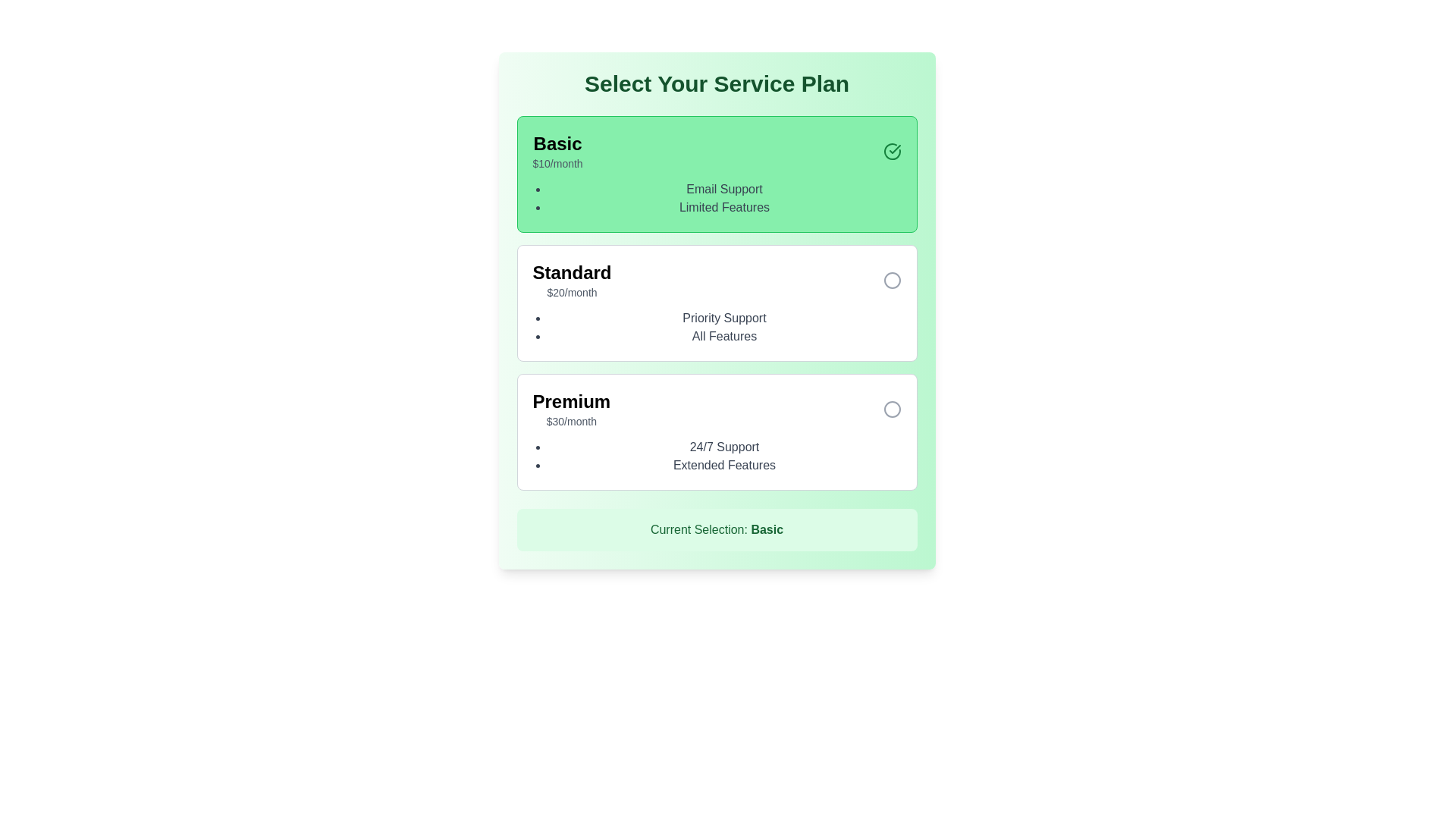  I want to click on the green checkmark icon within the circular outline located on the top-right side of the 'Basic' subscription card, so click(892, 152).